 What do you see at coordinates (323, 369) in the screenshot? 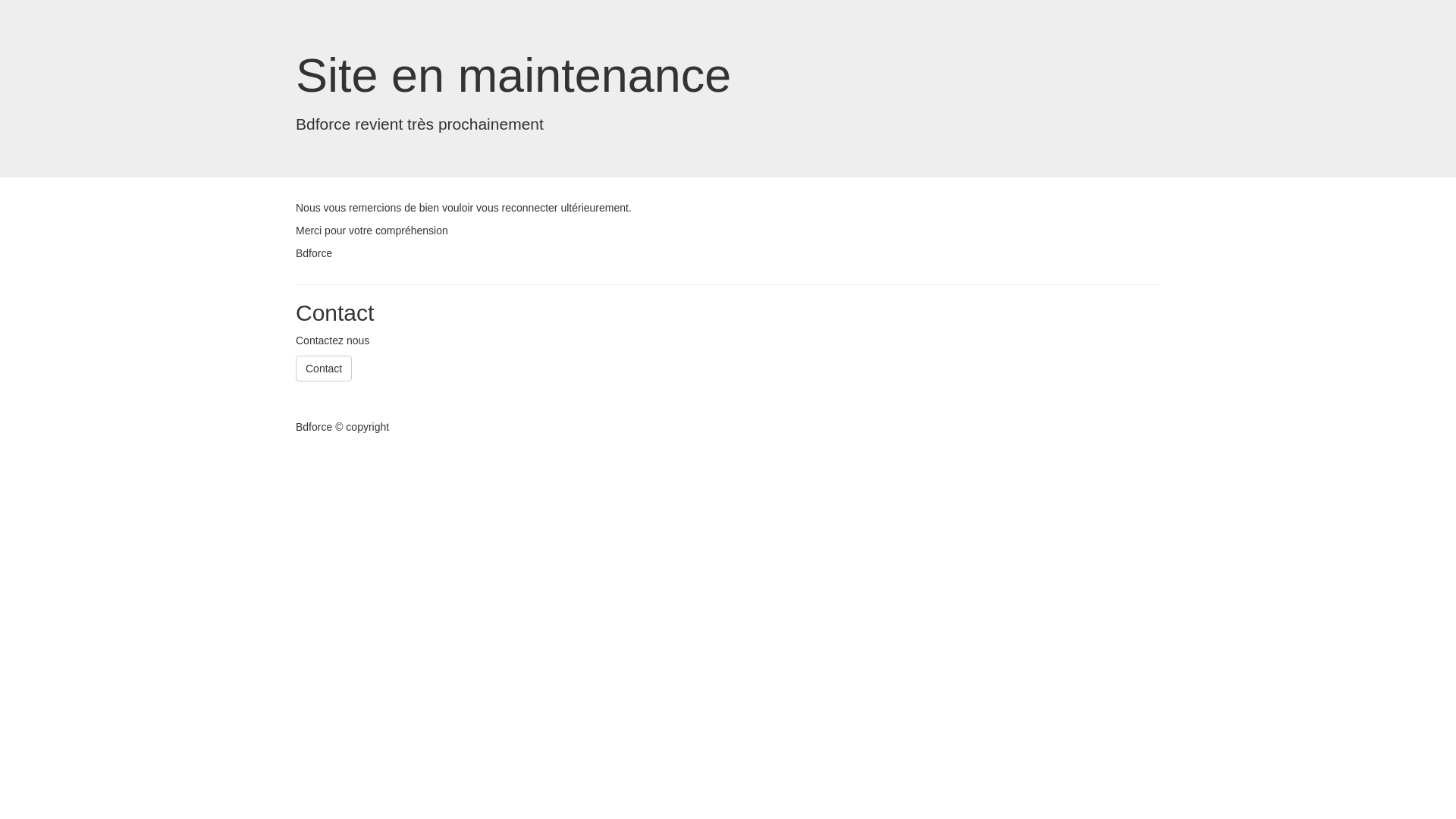
I see `'Contact'` at bounding box center [323, 369].